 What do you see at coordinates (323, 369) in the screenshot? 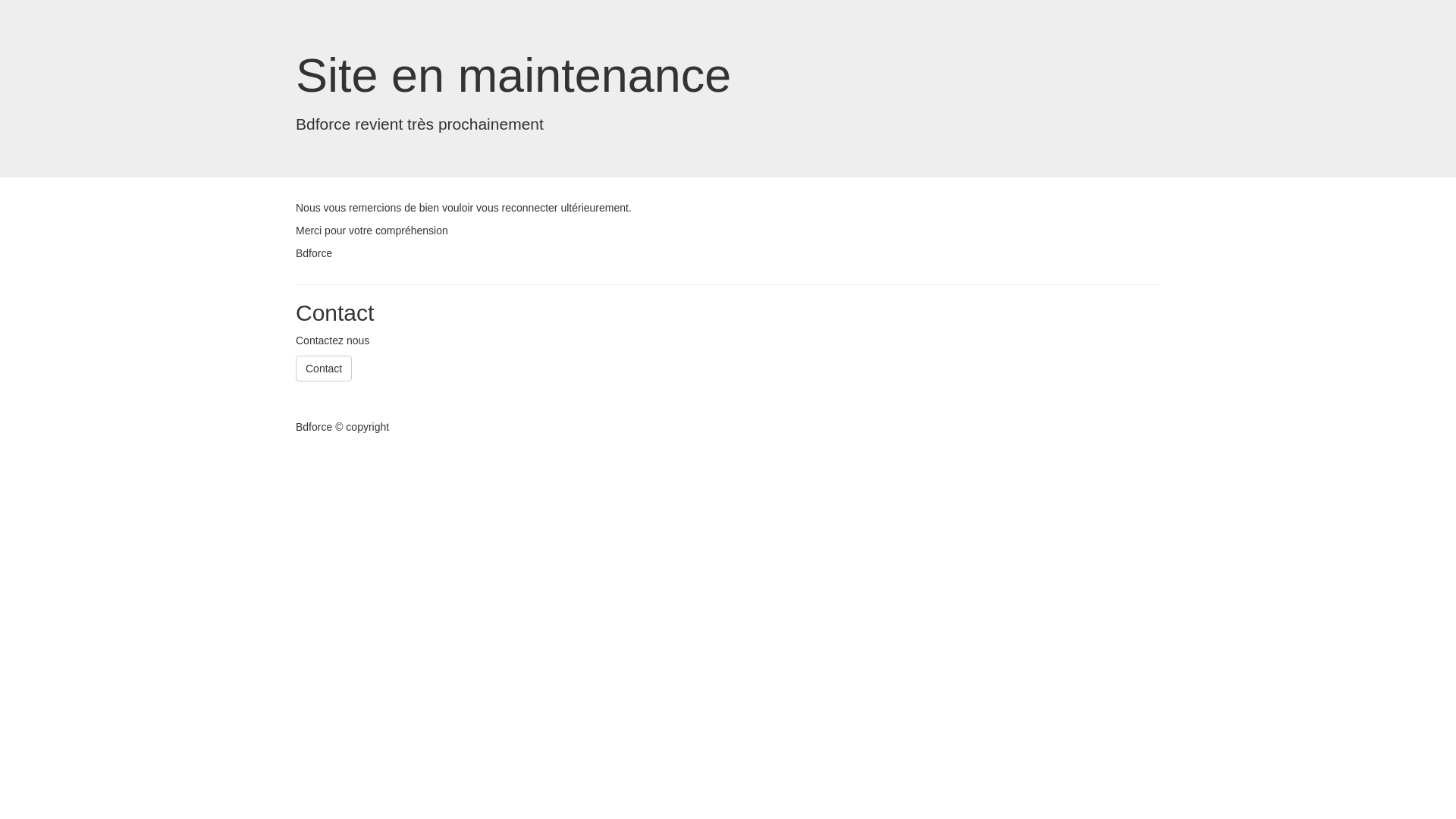
I see `'Contact'` at bounding box center [323, 369].